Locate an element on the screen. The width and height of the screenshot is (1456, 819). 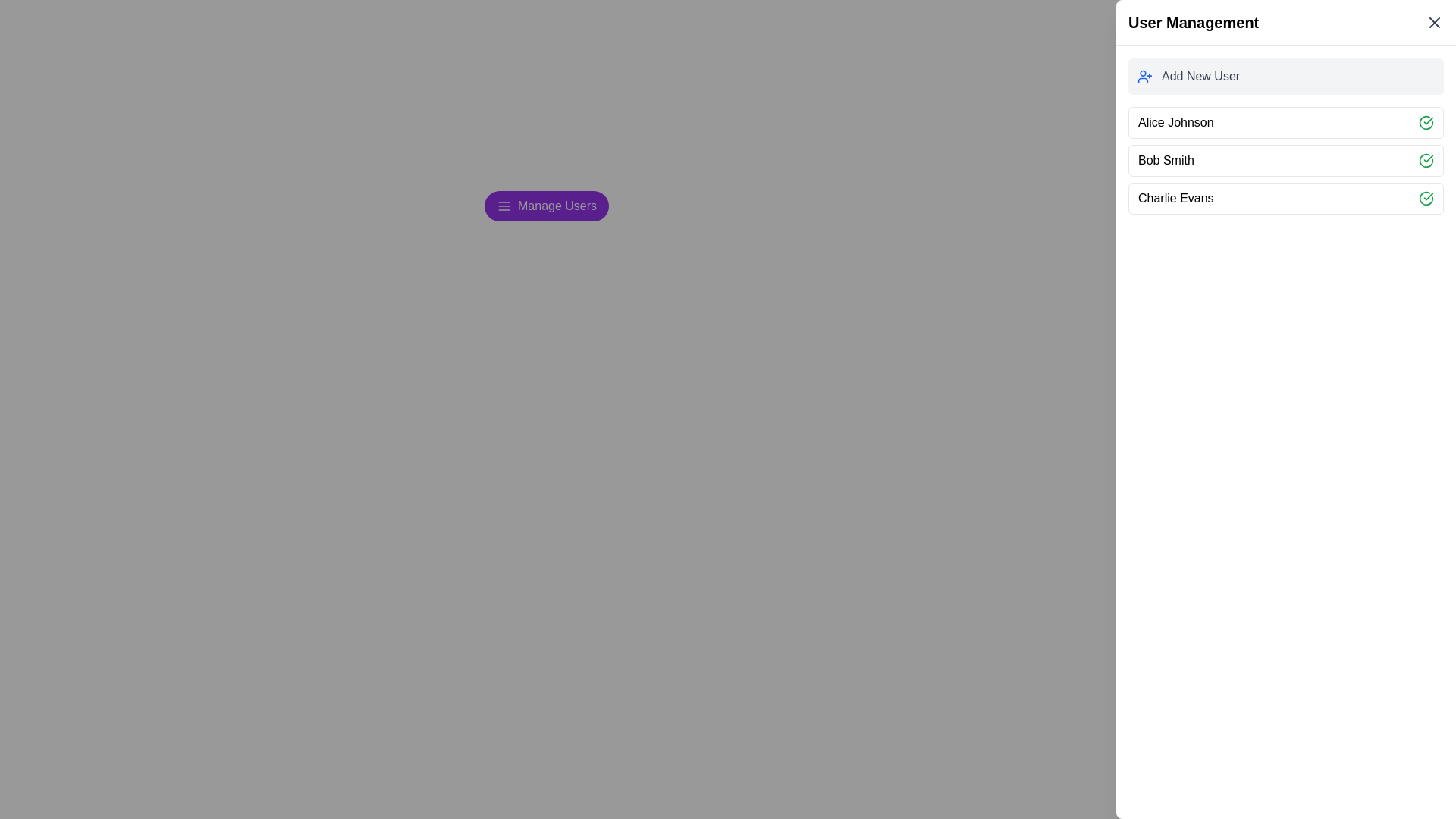
the text label displaying 'Add New User' in medium gray font located in the user management section is located at coordinates (1200, 76).